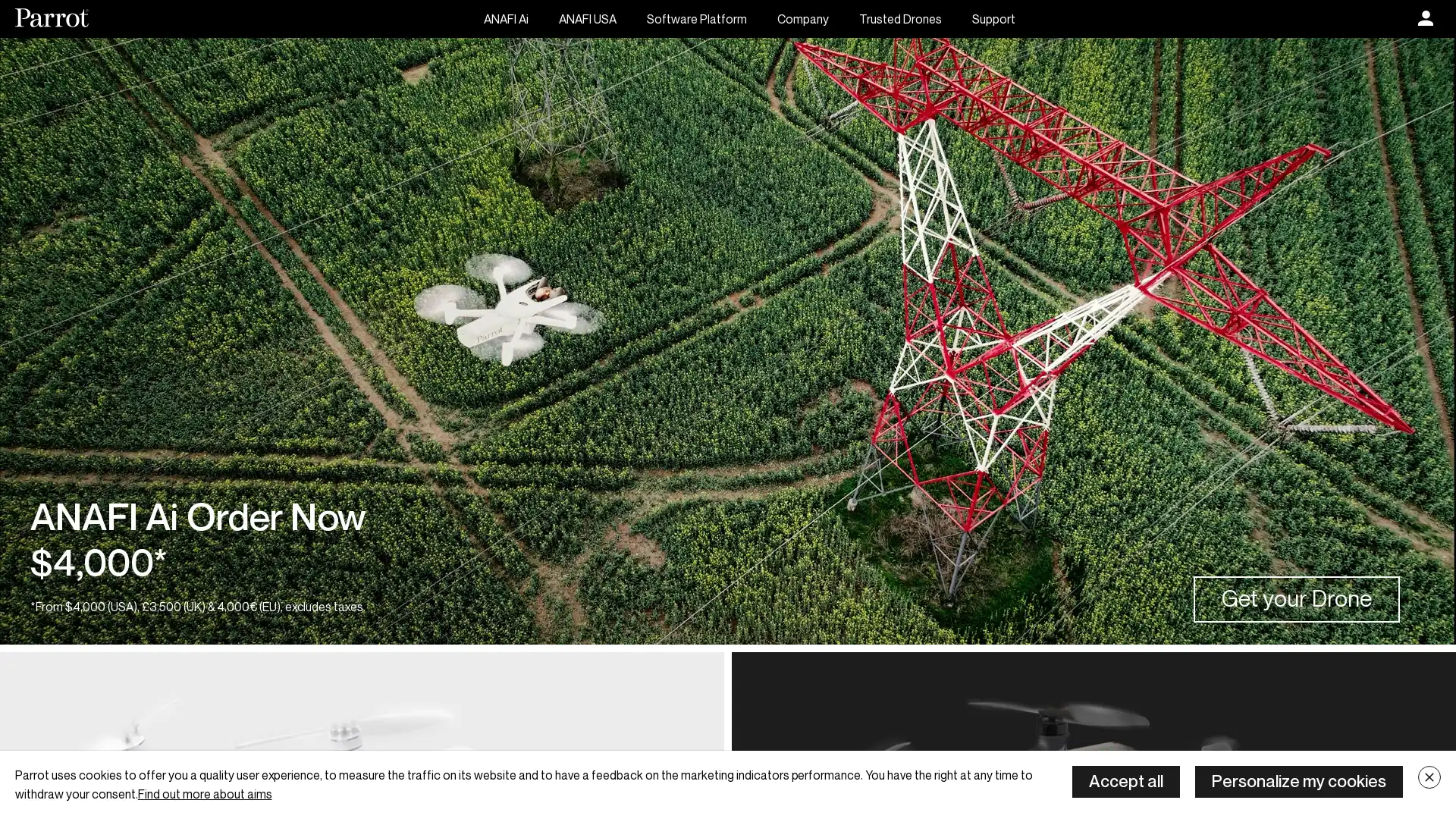 The image size is (1456, 819). Describe the element at coordinates (1298, 781) in the screenshot. I see `Personalize my cookies` at that location.